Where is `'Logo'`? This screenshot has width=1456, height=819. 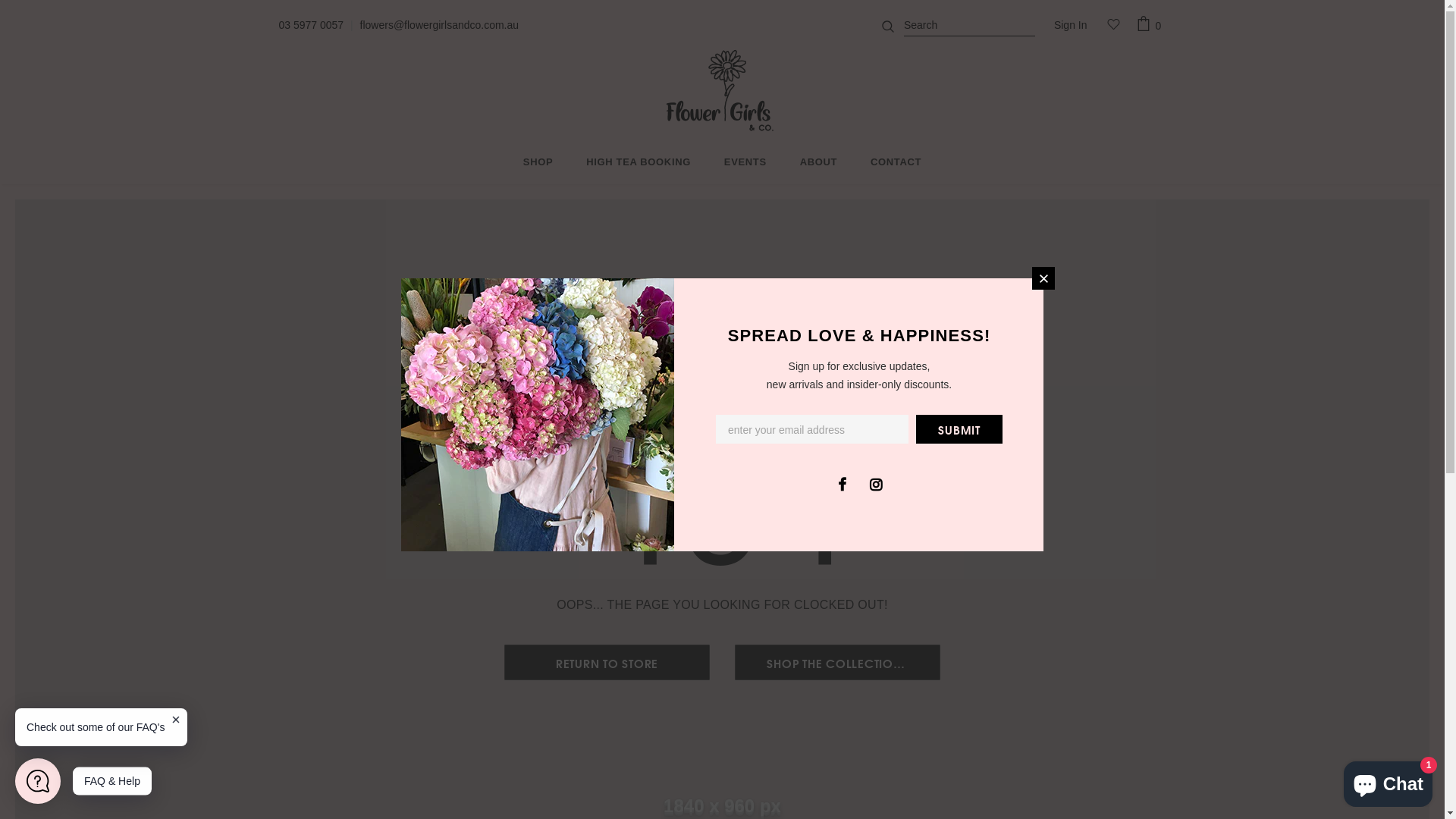
'Logo' is located at coordinates (721, 90).